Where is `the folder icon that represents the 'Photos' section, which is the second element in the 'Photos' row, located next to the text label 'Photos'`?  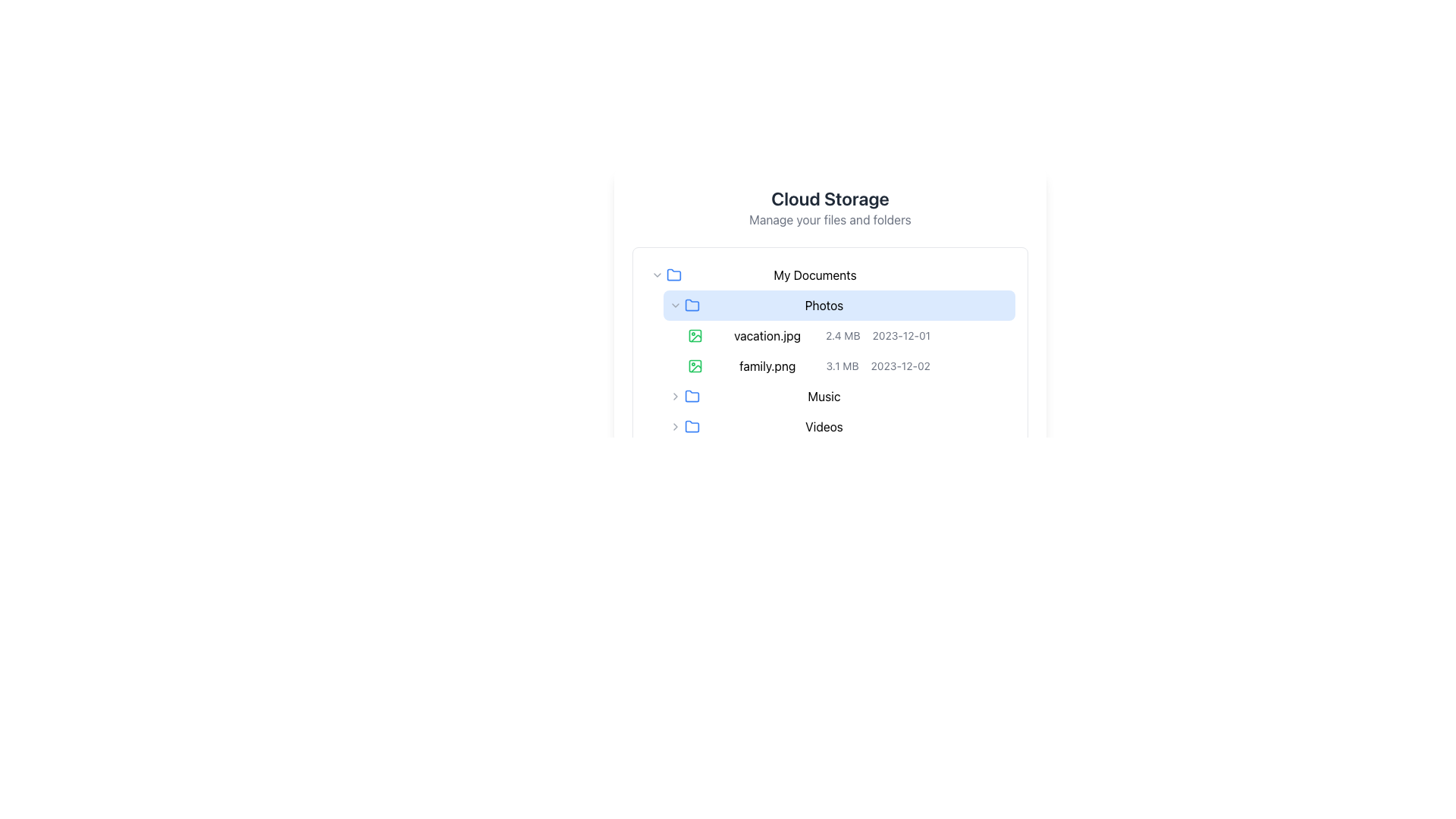 the folder icon that represents the 'Photos' section, which is the second element in the 'Photos' row, located next to the text label 'Photos' is located at coordinates (691, 305).